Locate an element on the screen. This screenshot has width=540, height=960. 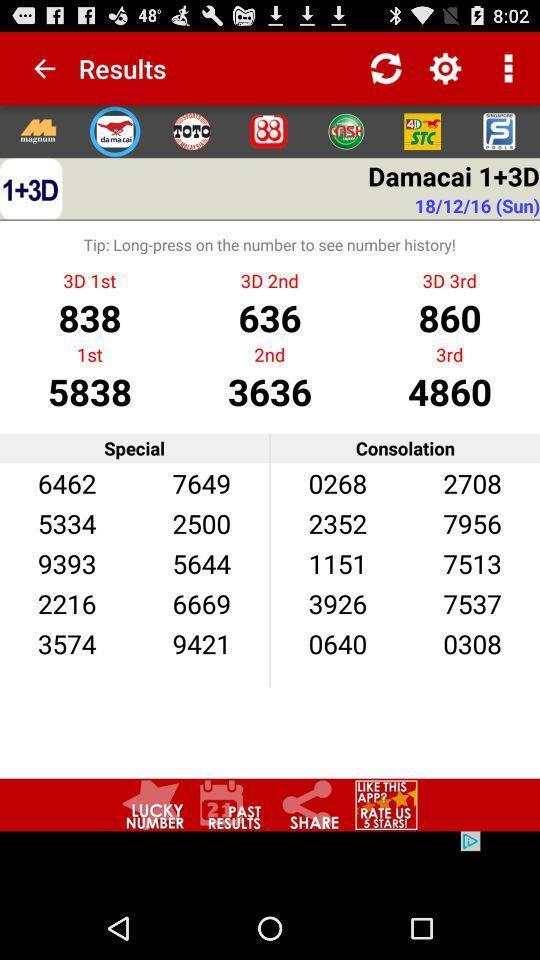
the settings icon is located at coordinates (268, 139).